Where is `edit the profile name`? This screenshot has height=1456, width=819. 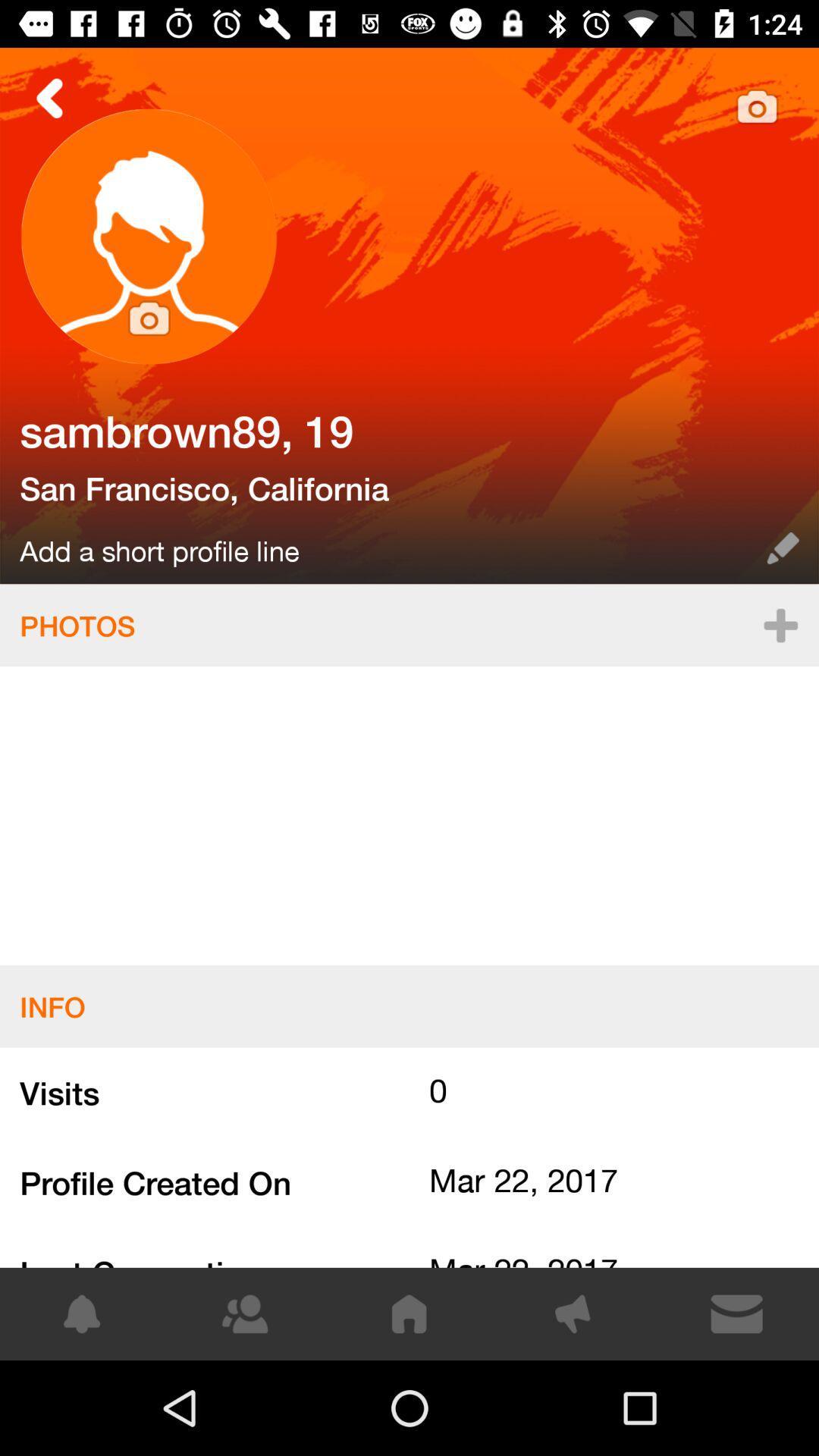
edit the profile name is located at coordinates (783, 548).